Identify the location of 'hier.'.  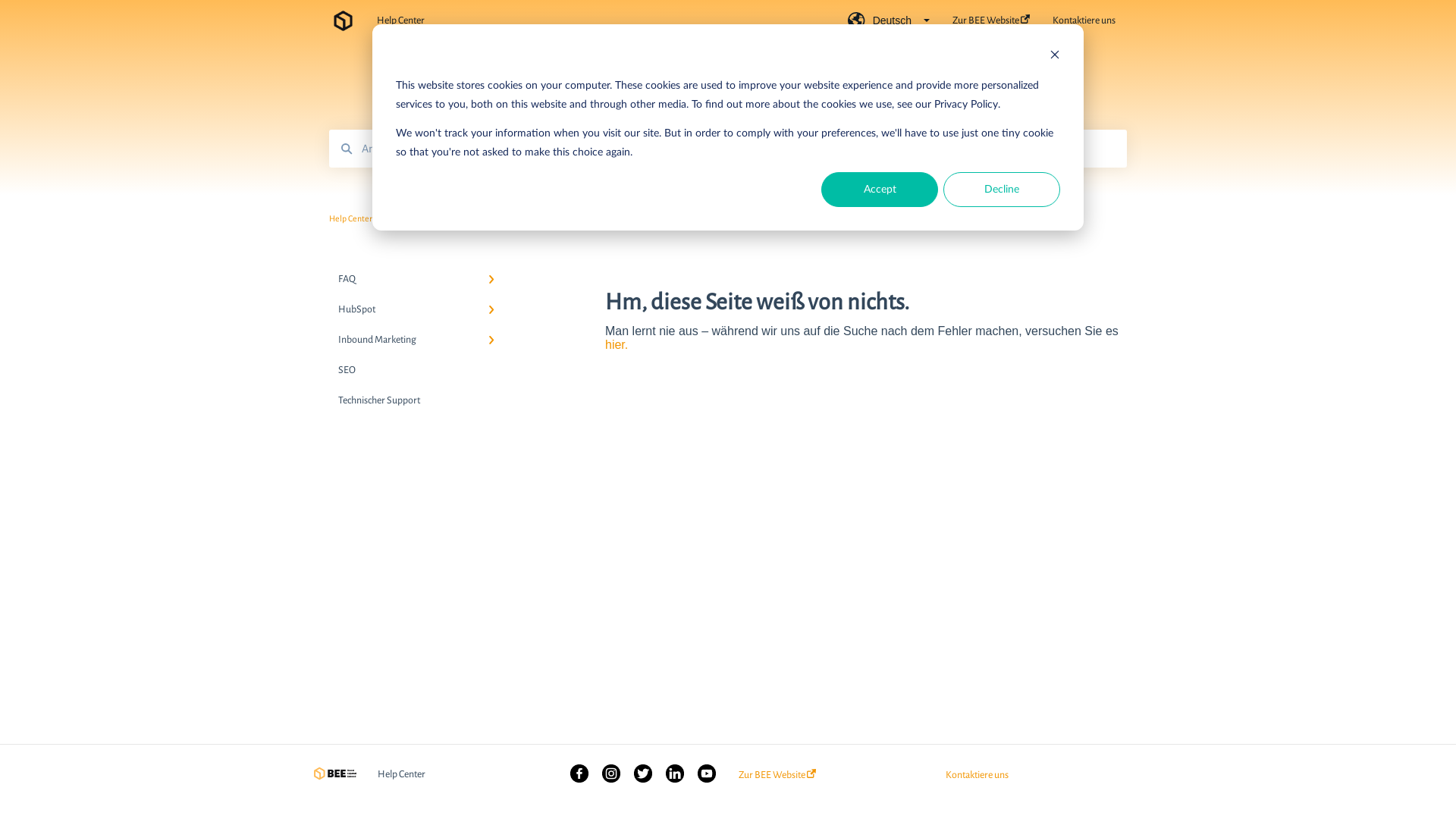
(616, 344).